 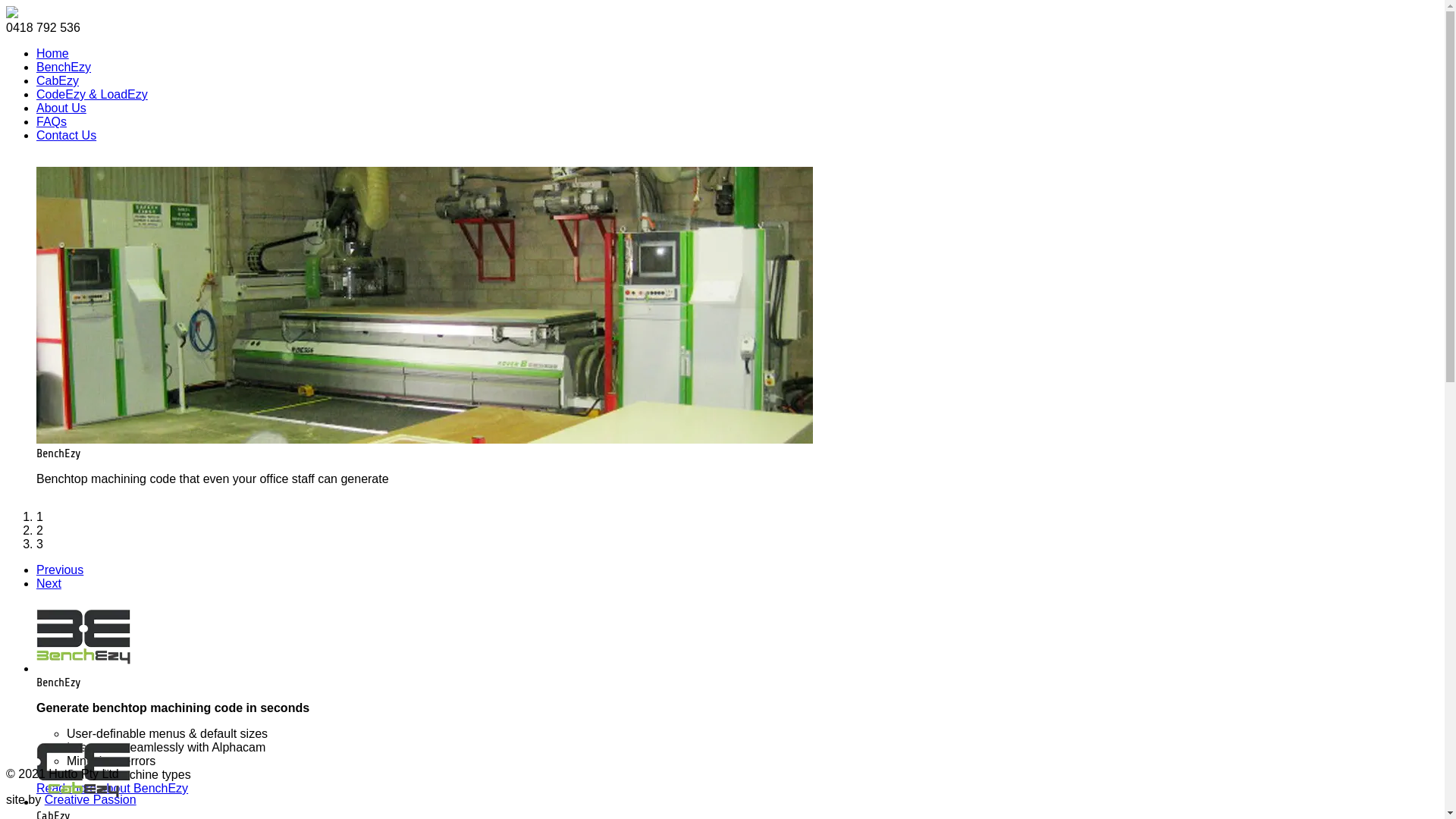 What do you see at coordinates (49, 582) in the screenshot?
I see `'Next'` at bounding box center [49, 582].